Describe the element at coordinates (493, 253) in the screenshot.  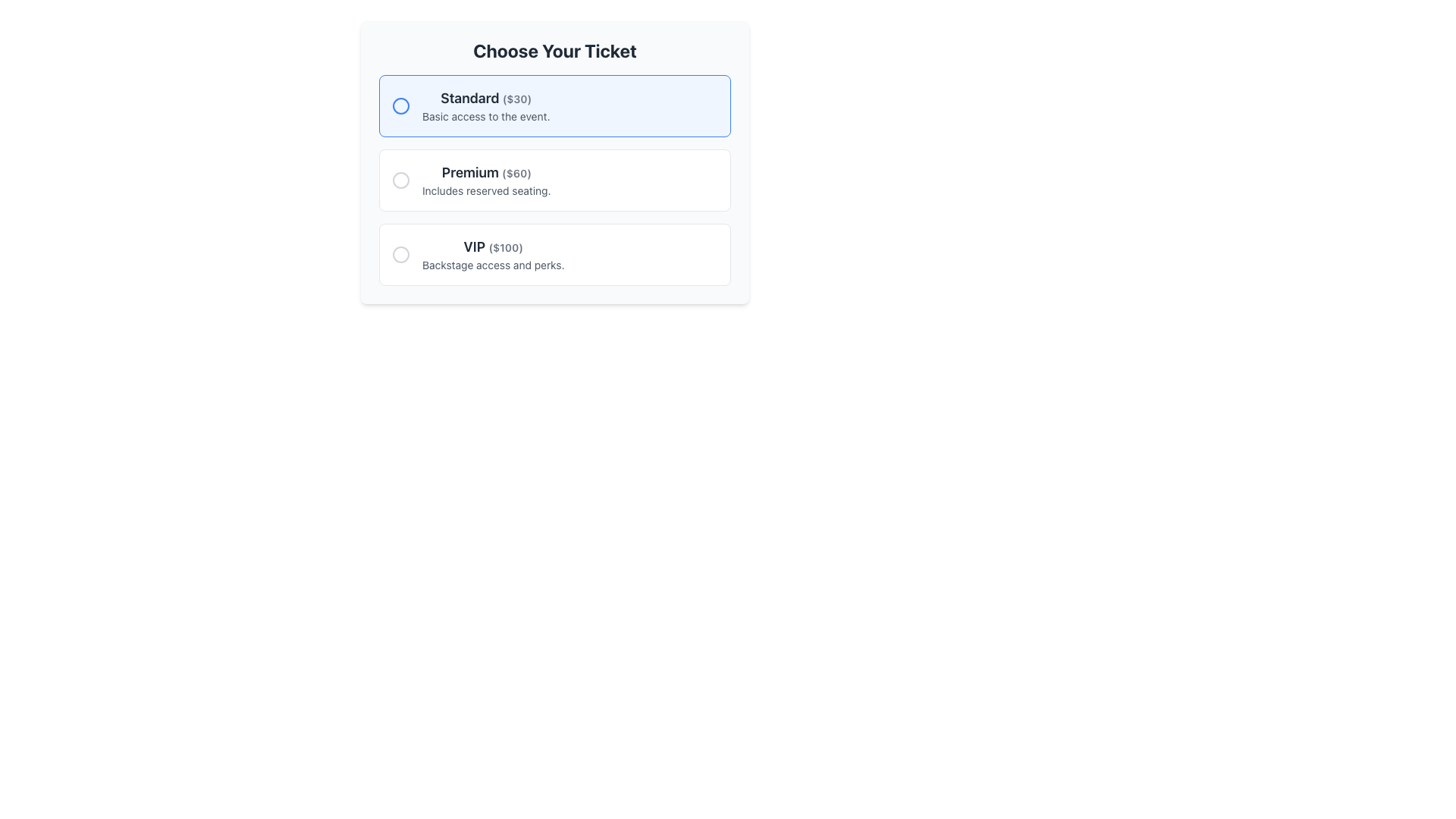
I see `the Description Box displaying 'VIP ($100)' with the accompanying text 'Backstage access and perks.'` at that location.